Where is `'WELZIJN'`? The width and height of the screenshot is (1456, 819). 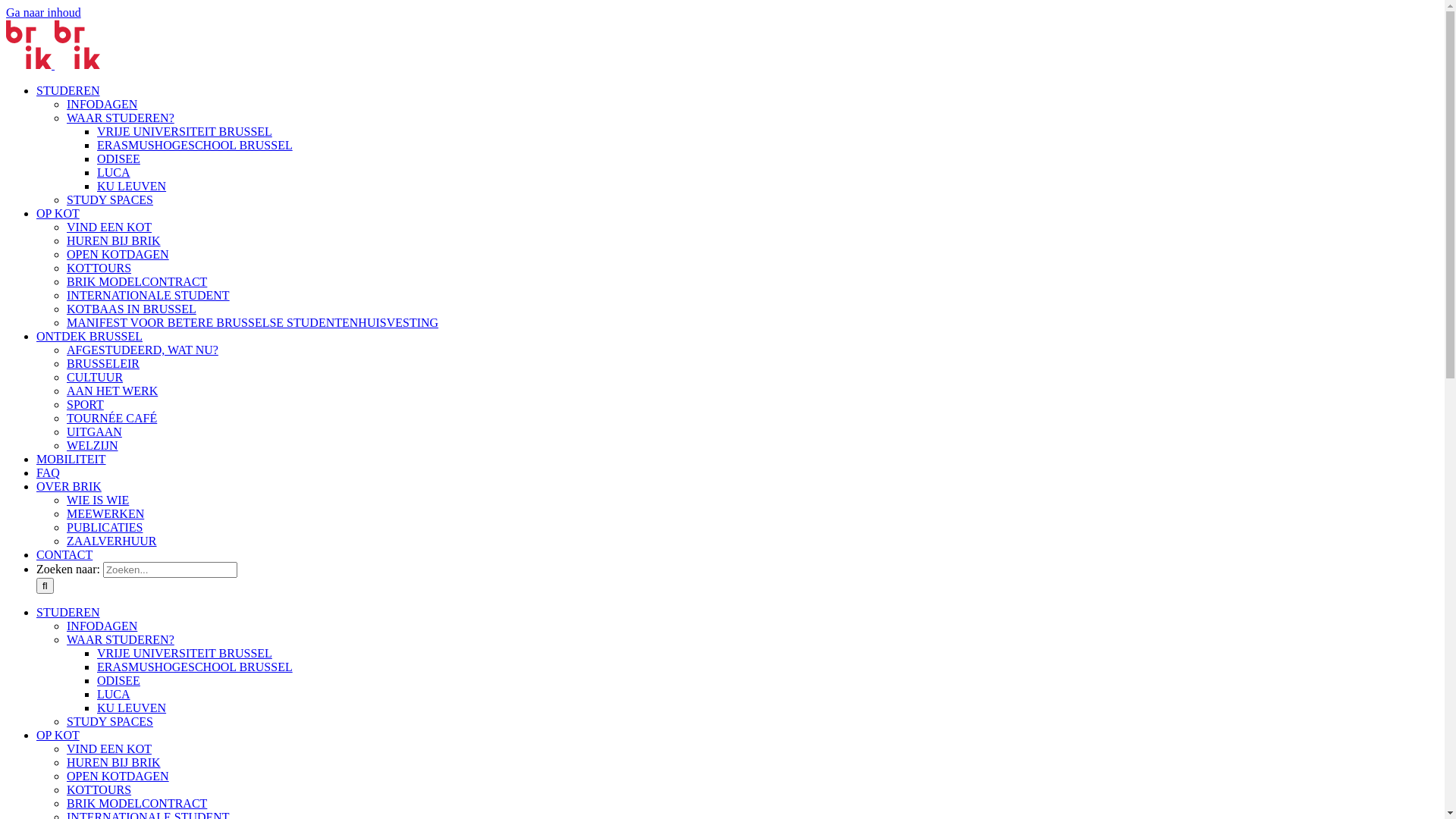 'WELZIJN' is located at coordinates (91, 444).